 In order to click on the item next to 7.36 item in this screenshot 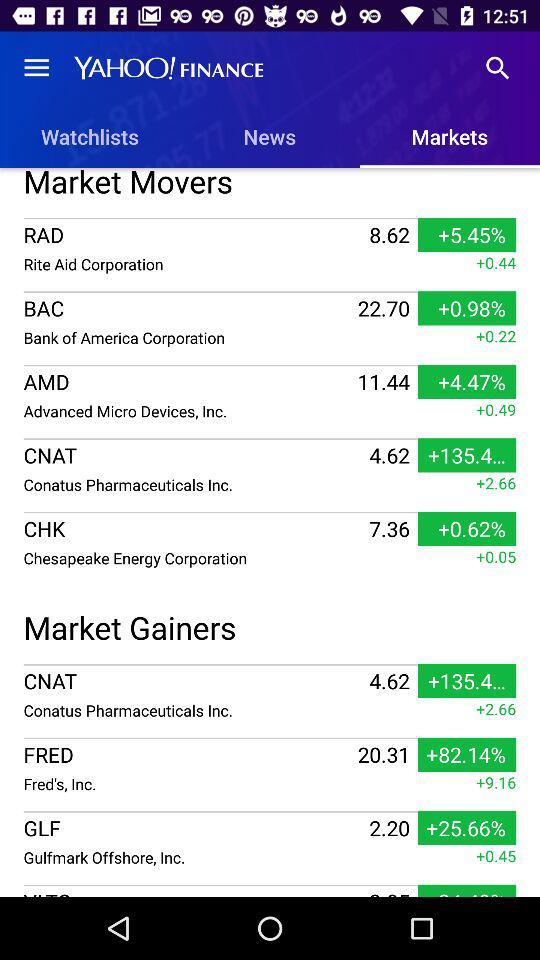, I will do `click(193, 558)`.